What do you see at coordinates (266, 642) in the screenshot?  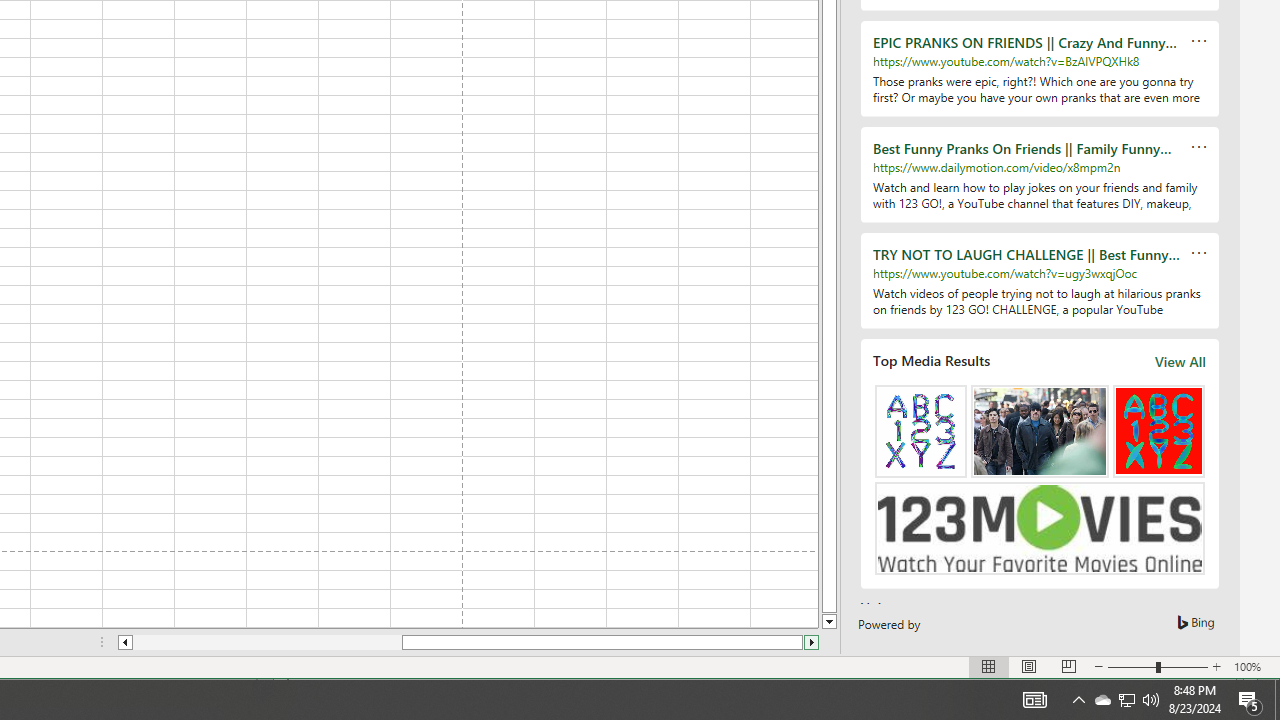 I see `'Page left'` at bounding box center [266, 642].